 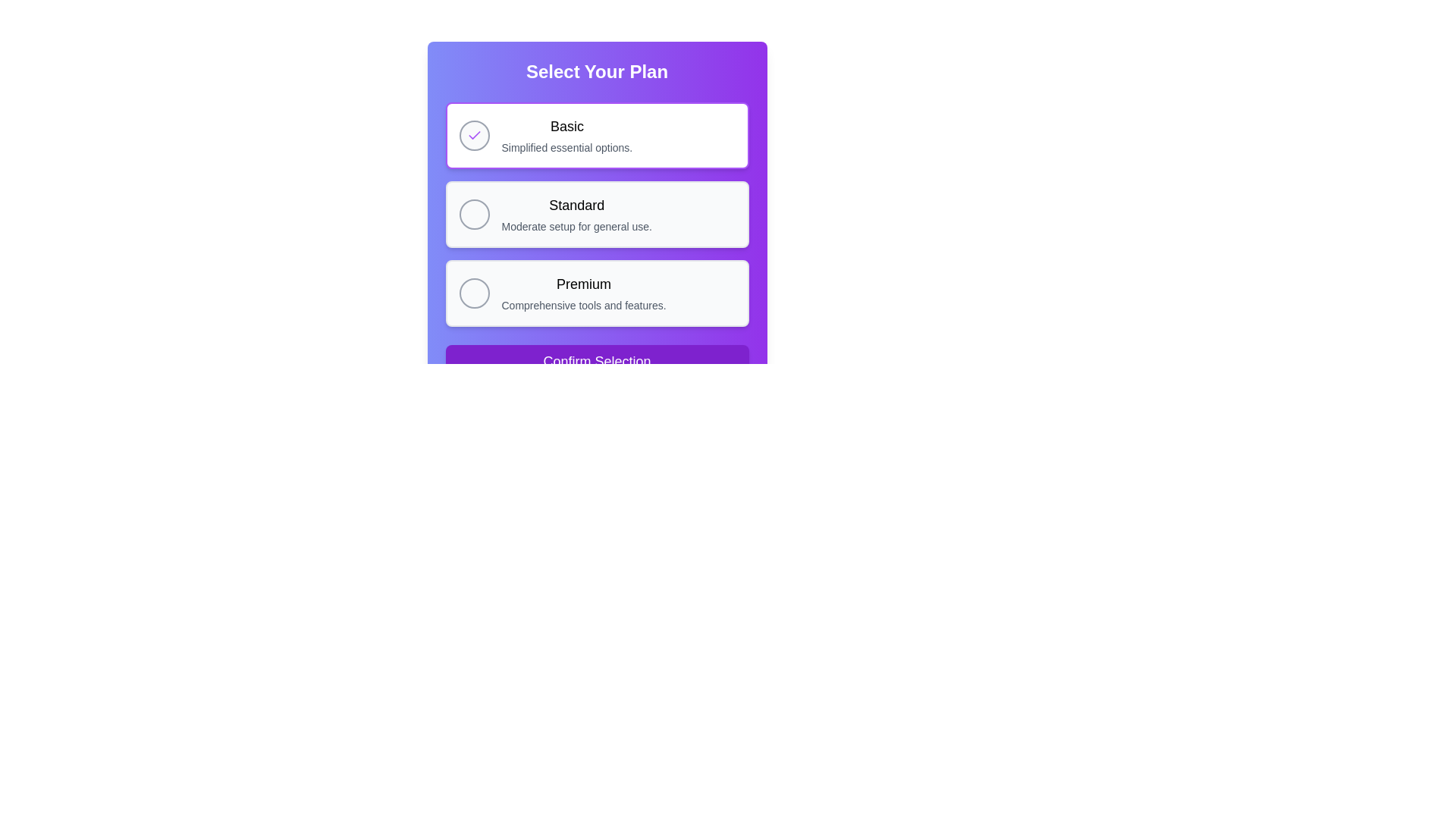 I want to click on the Text Display element that describes the 'Basic' plan option, located to the right of the checkmark icon in the selection menu, so click(x=566, y=134).